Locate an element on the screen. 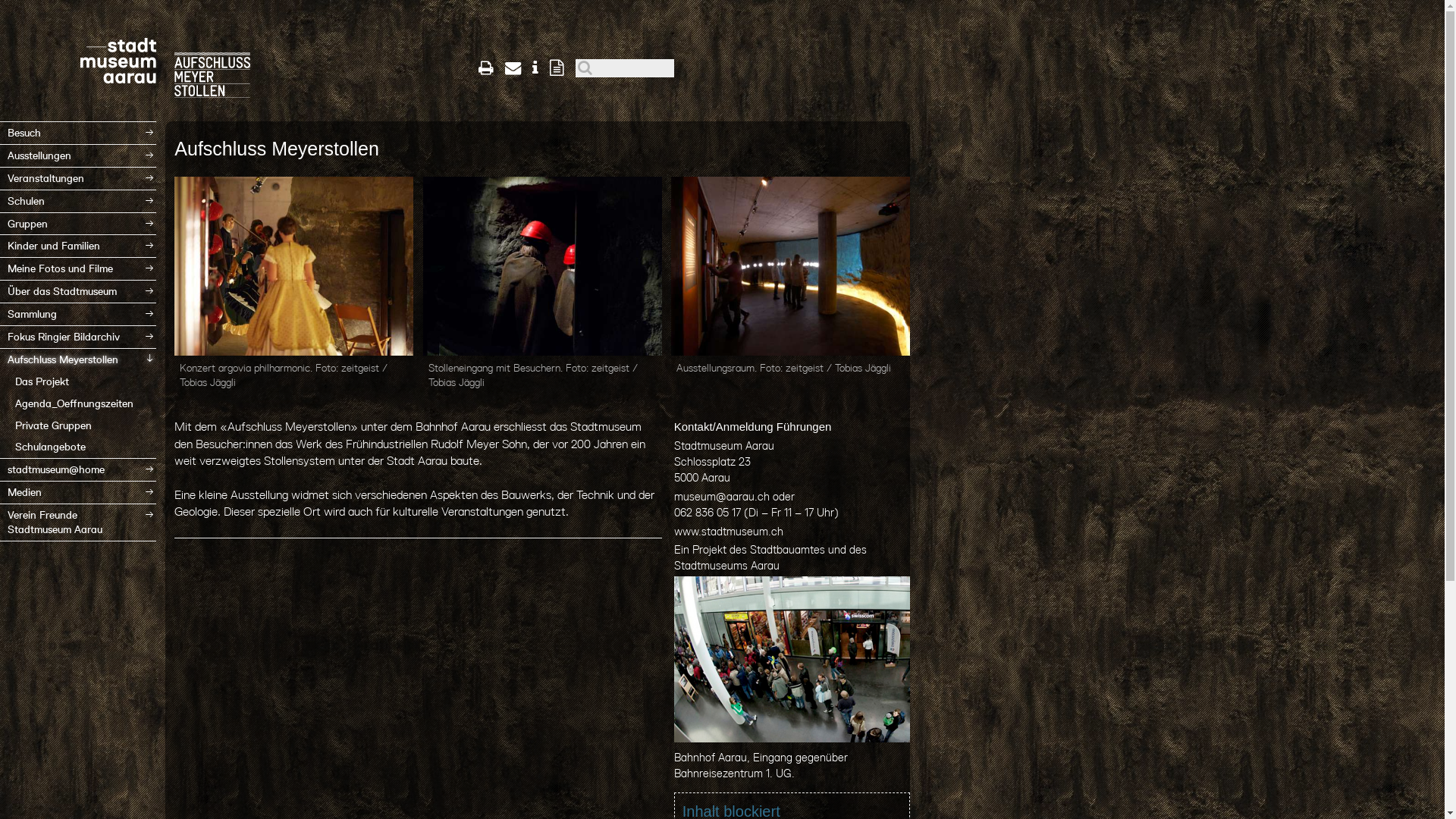 This screenshot has height=819, width=1456. 'Meine Fotos und Filme' is located at coordinates (77, 268).